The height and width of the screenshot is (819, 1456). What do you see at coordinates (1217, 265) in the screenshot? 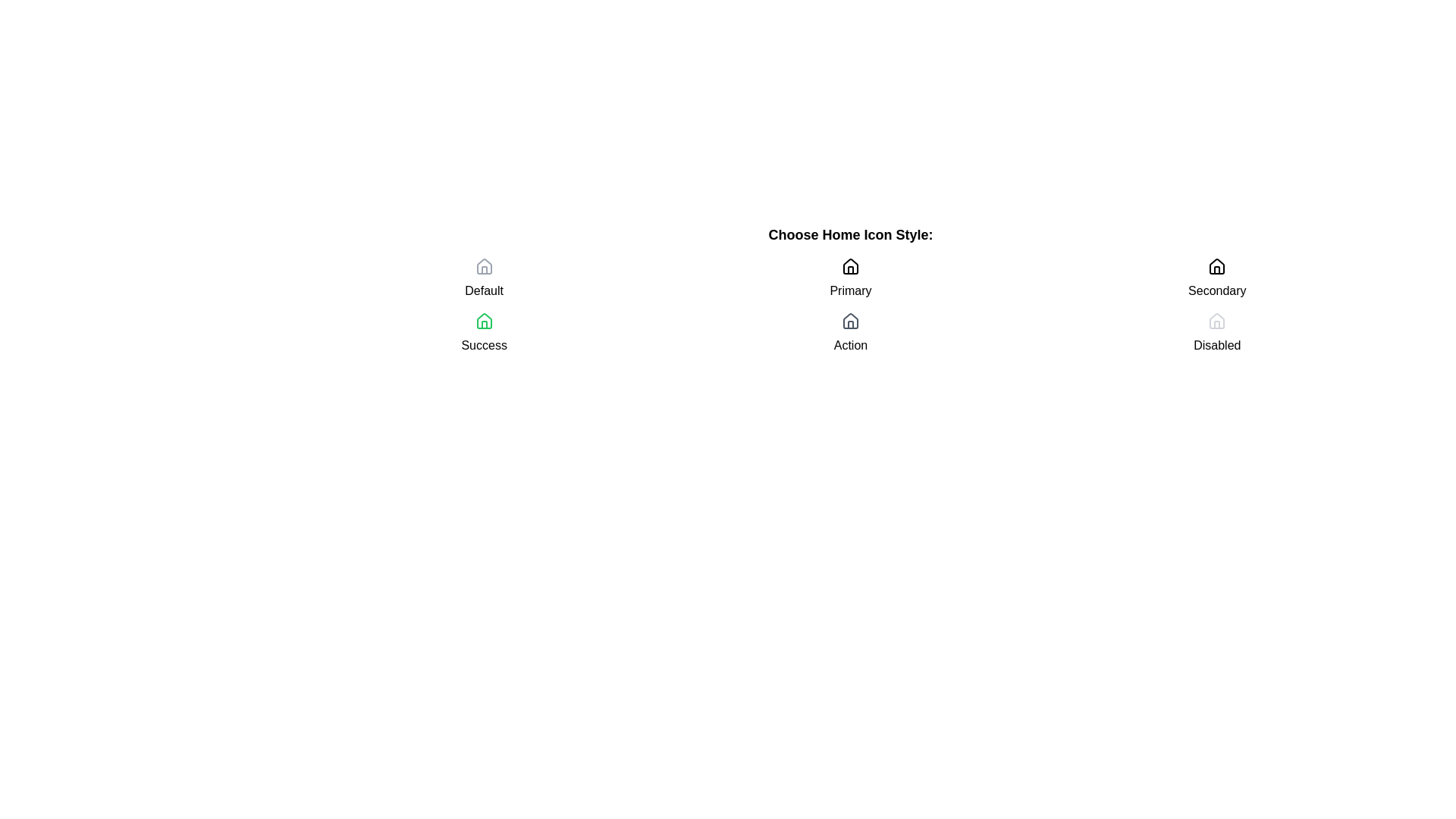
I see `the house icon representing the 'Secondary' style option` at bounding box center [1217, 265].